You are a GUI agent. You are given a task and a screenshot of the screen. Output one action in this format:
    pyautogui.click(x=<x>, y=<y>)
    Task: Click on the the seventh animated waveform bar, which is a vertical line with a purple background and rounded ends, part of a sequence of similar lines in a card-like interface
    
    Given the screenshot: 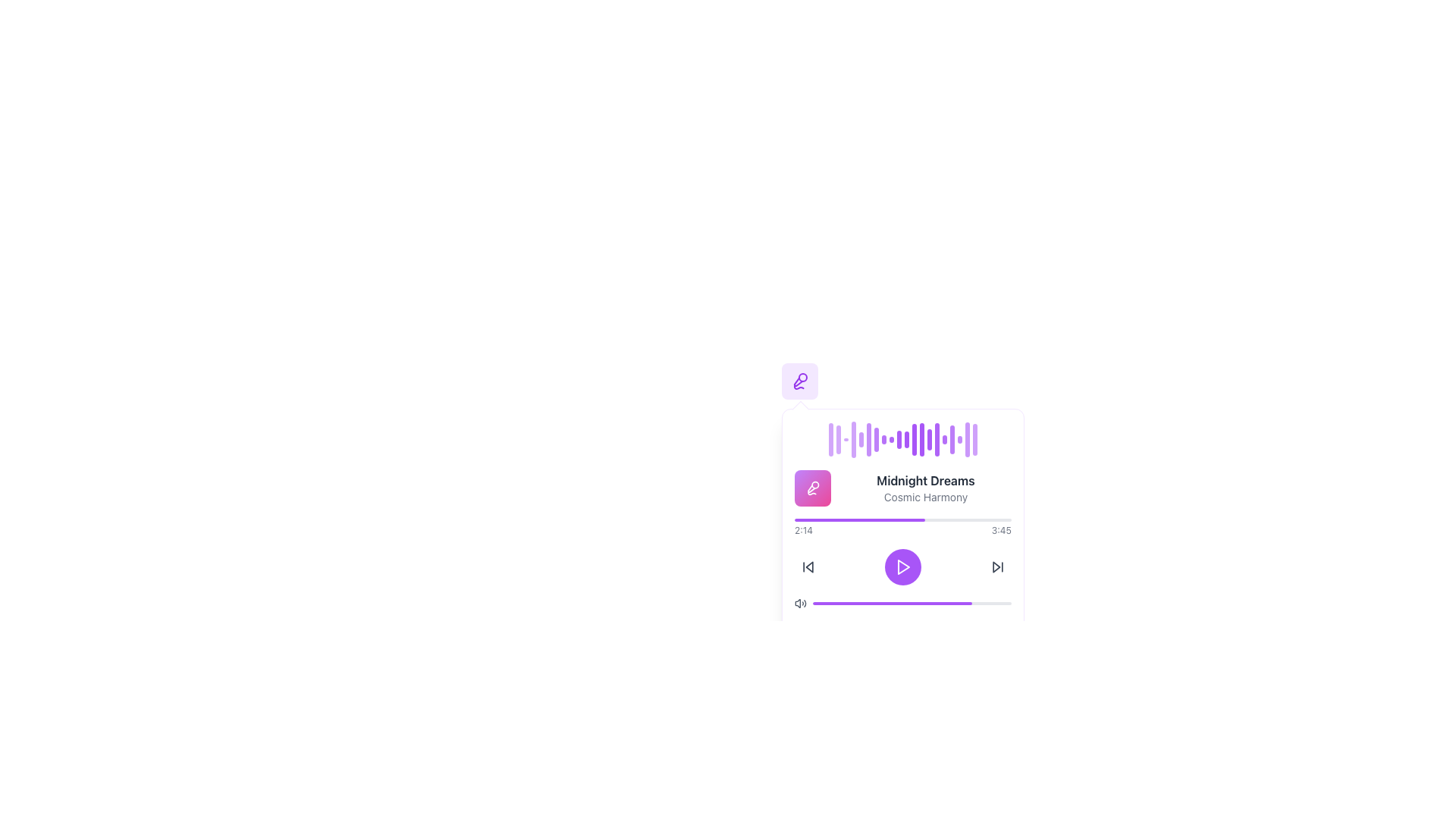 What is the action you would take?
    pyautogui.click(x=877, y=439)
    